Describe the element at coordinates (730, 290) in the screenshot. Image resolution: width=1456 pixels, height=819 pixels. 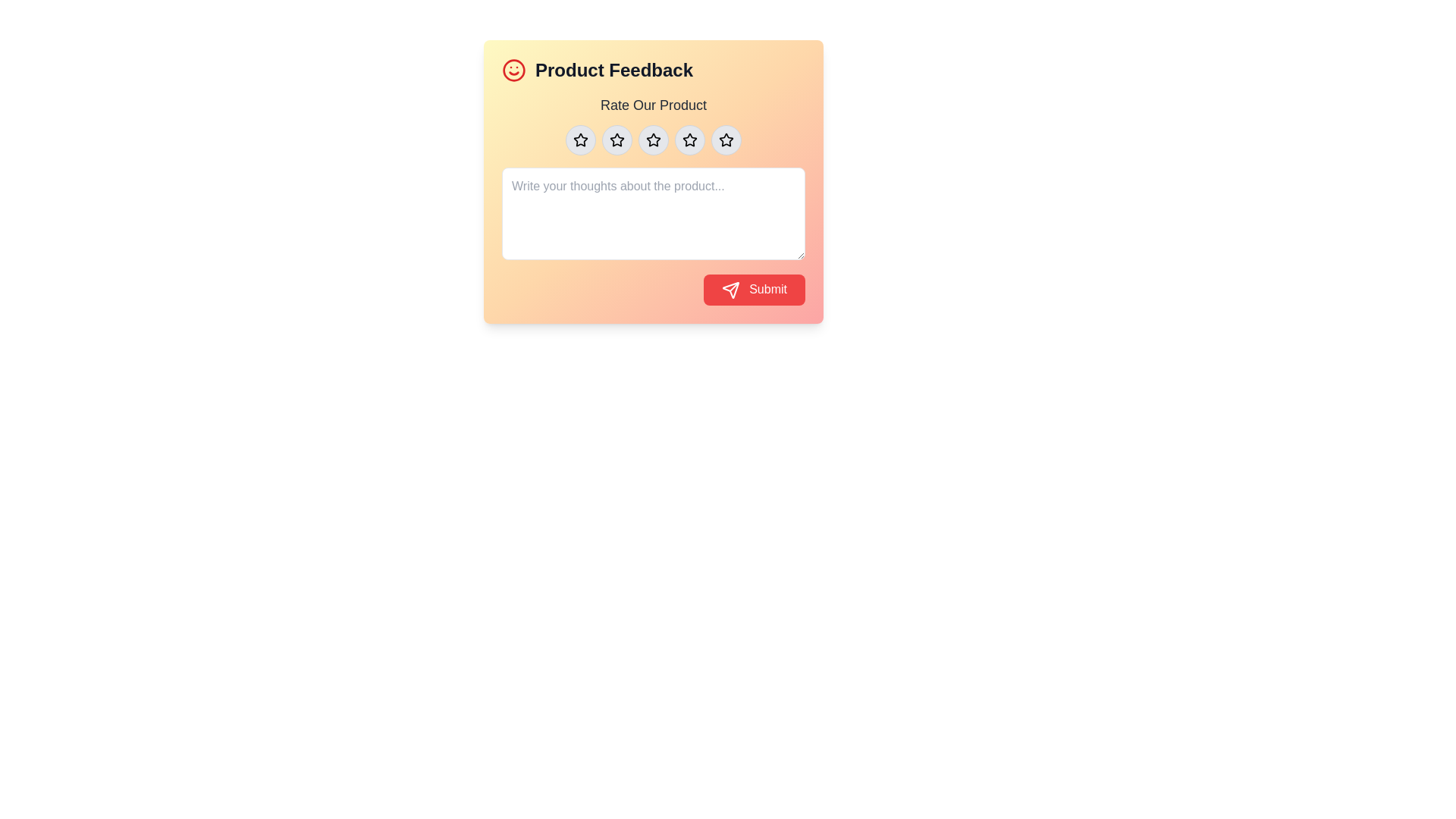
I see `the icon within the 'Submit' button, which is located near the bottom right of the feedback form UI` at that location.